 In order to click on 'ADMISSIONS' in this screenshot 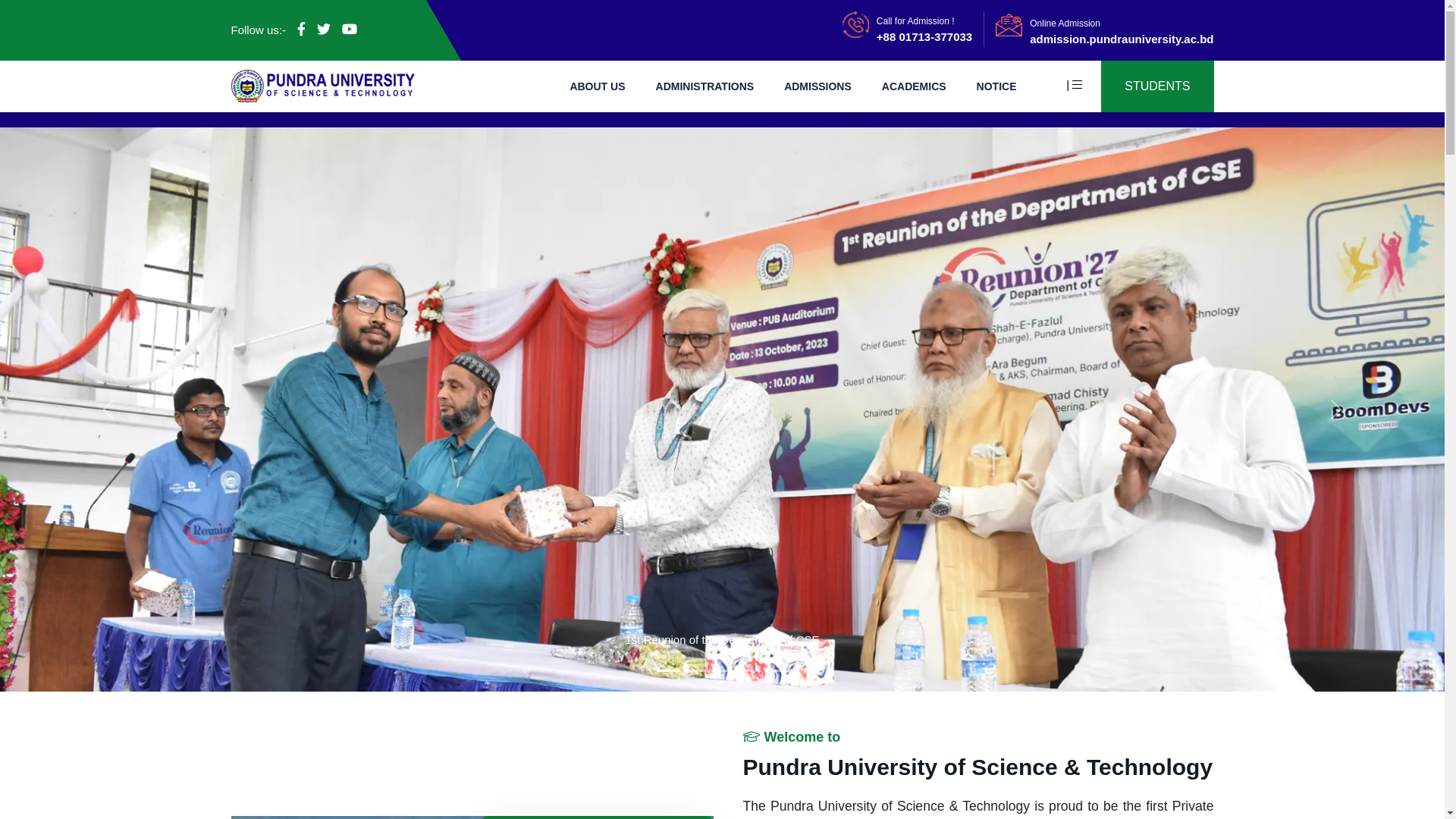, I will do `click(817, 85)`.